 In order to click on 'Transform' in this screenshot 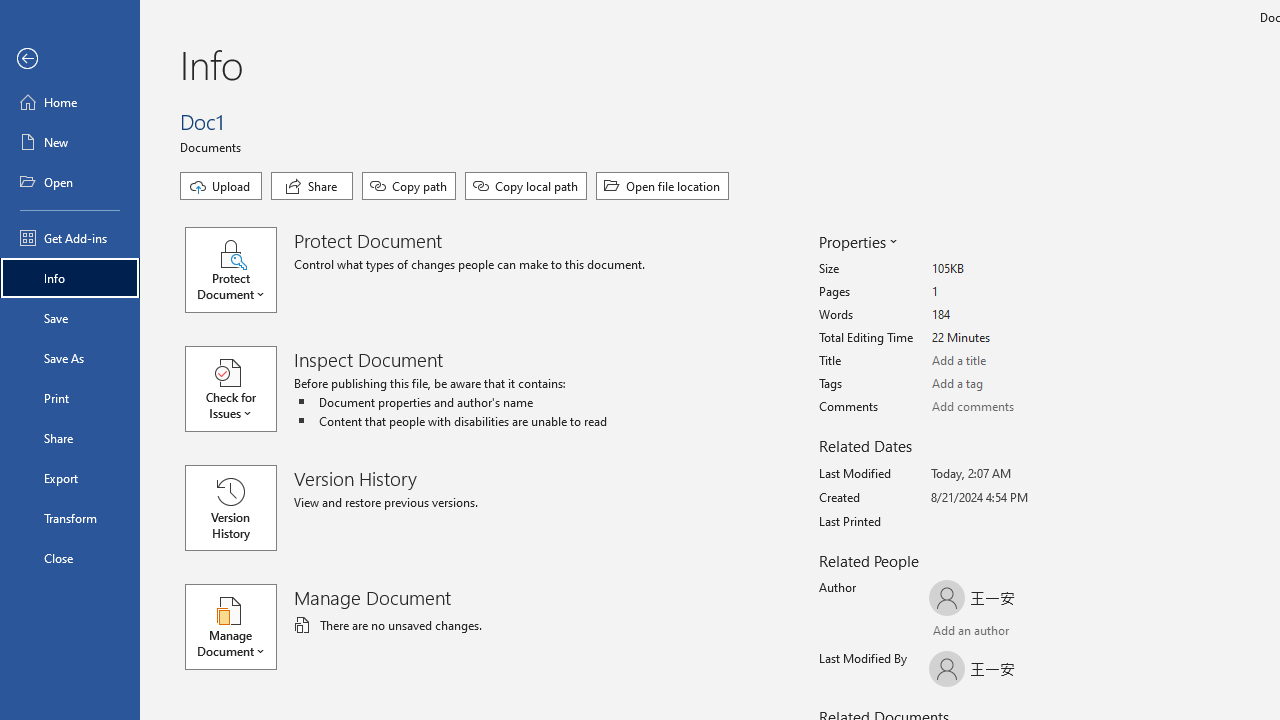, I will do `click(69, 517)`.